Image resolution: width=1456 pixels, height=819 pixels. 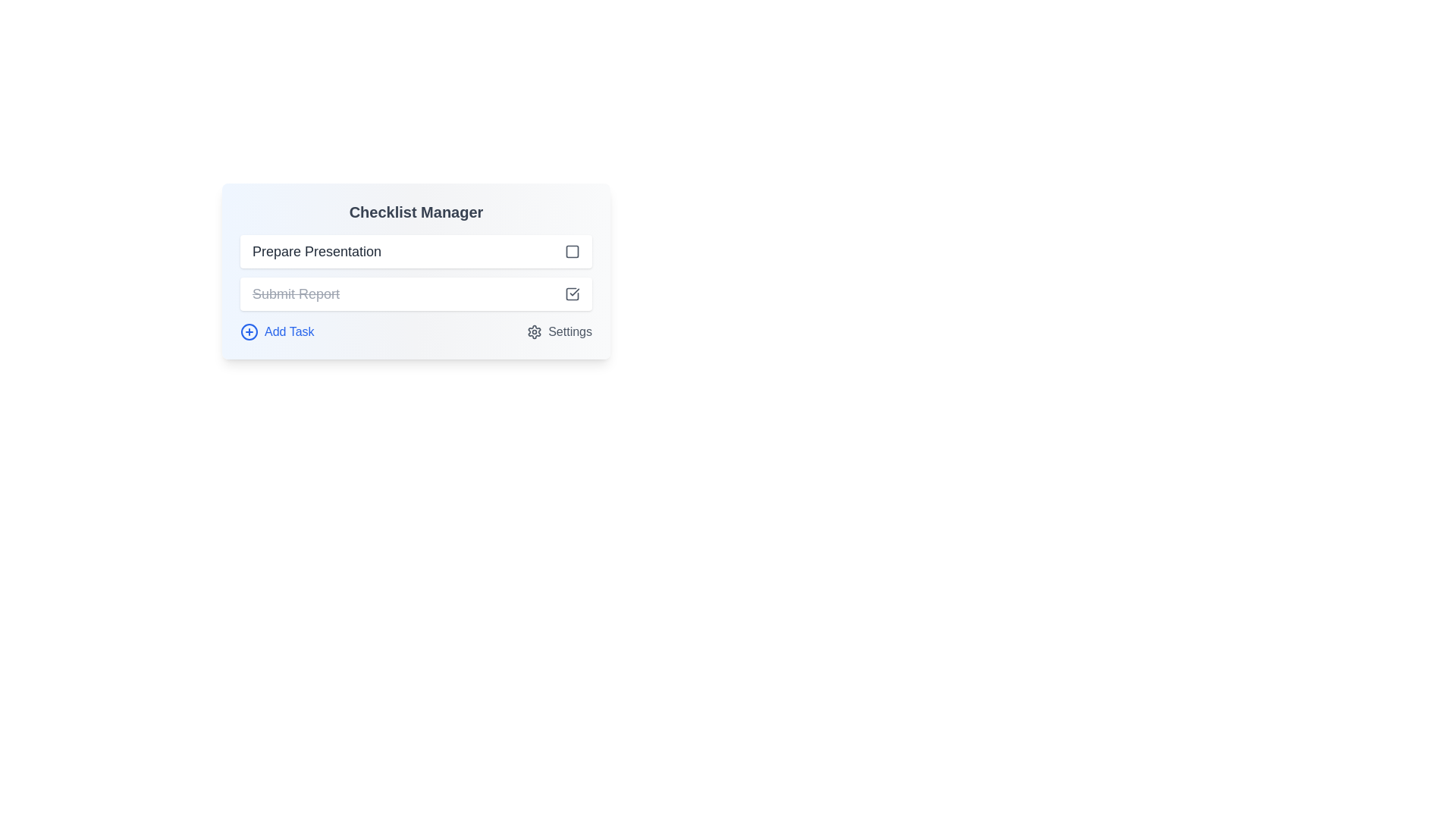 What do you see at coordinates (249, 331) in the screenshot?
I see `the add task button icon located in the bottom-left corner of the interface, which precedes the text 'Add Task'` at bounding box center [249, 331].